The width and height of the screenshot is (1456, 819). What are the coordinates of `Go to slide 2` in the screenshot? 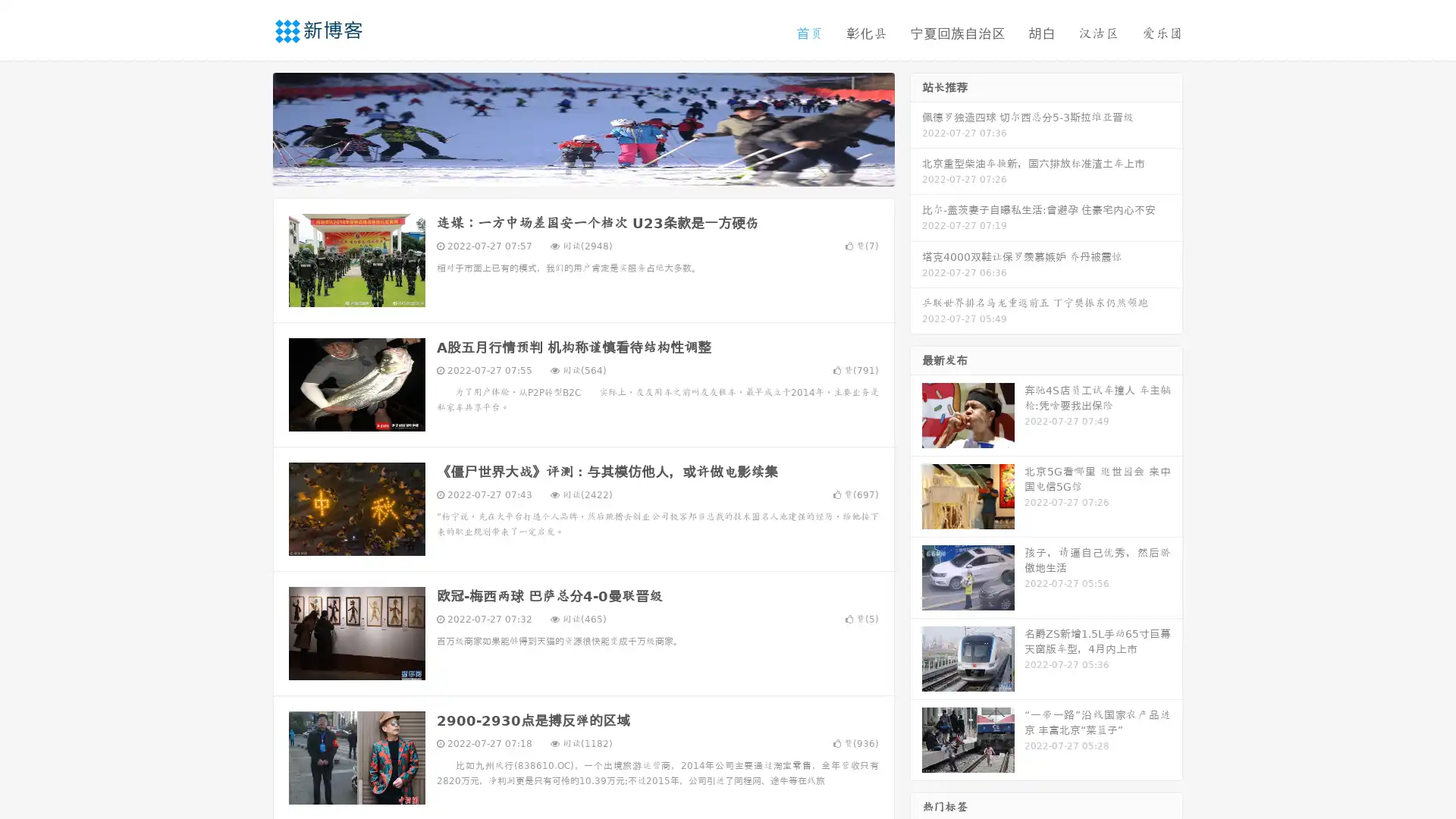 It's located at (582, 171).